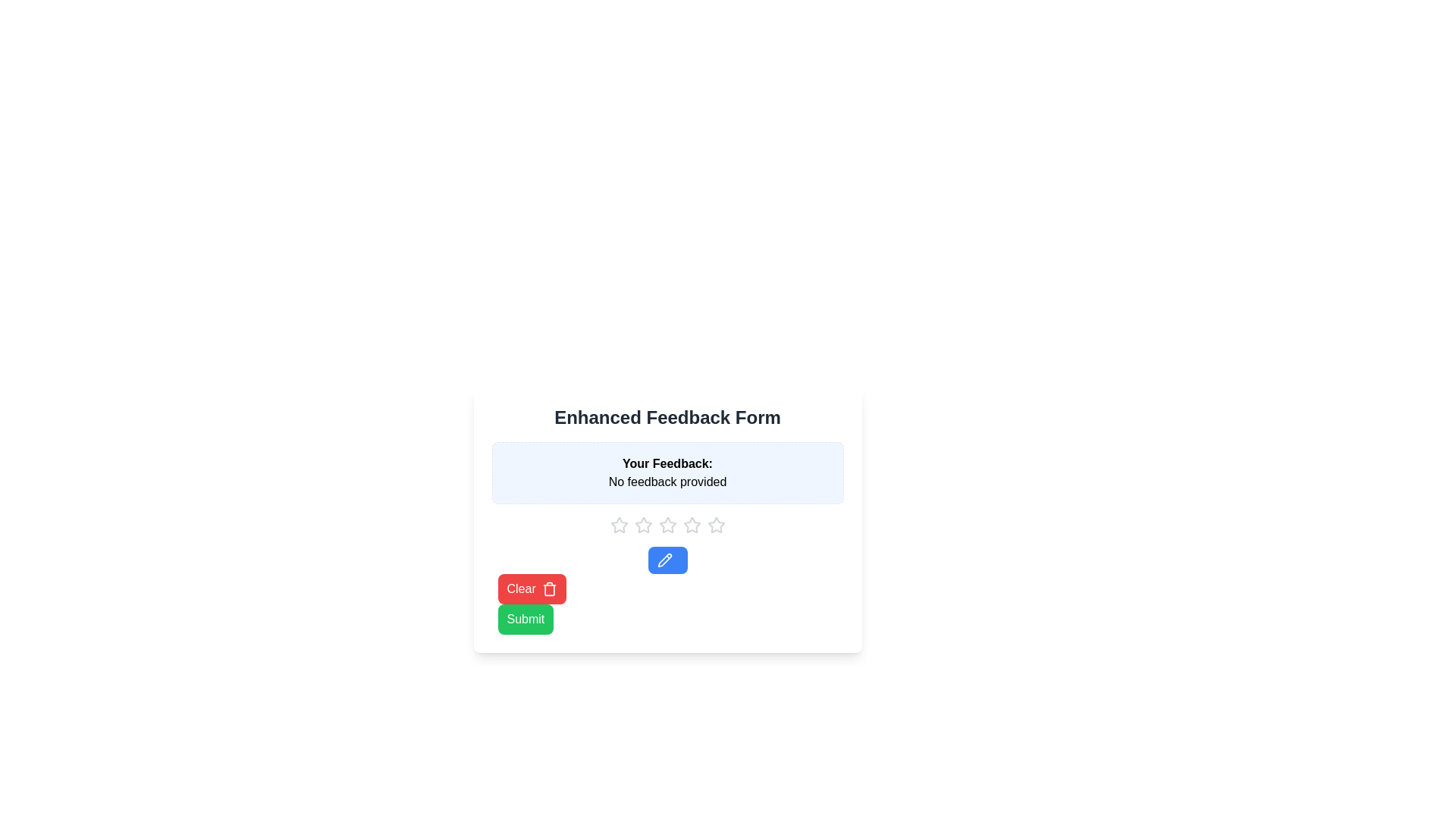 The height and width of the screenshot is (819, 1456). I want to click on the third star icon in the rating interface, so click(691, 524).